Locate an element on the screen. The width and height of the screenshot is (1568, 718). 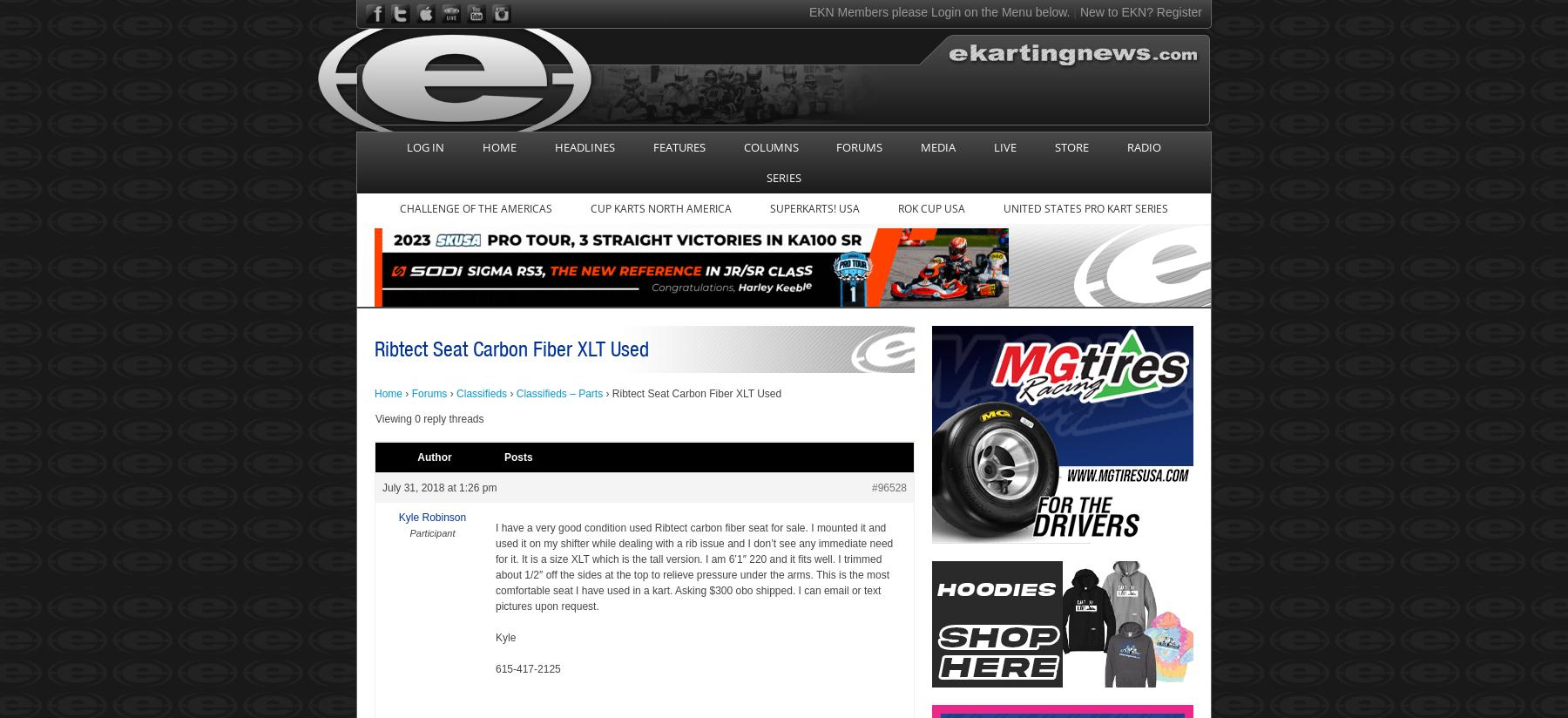
'Kyle Robinson' is located at coordinates (431, 517).